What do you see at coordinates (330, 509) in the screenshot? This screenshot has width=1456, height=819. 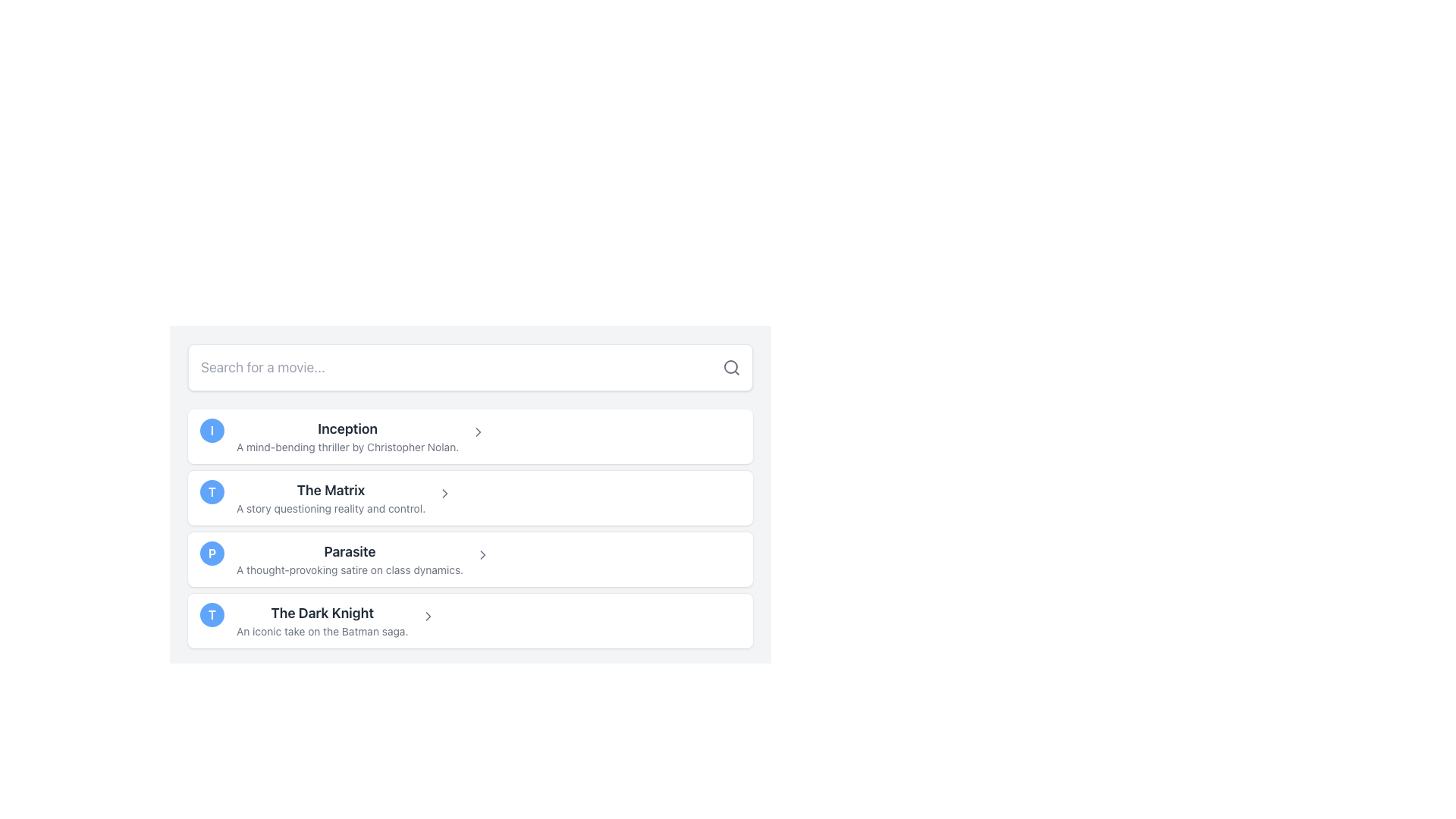 I see `descriptive text label located underneath the list item labeled 'The Matrix', which provides supplementary information in gray` at bounding box center [330, 509].